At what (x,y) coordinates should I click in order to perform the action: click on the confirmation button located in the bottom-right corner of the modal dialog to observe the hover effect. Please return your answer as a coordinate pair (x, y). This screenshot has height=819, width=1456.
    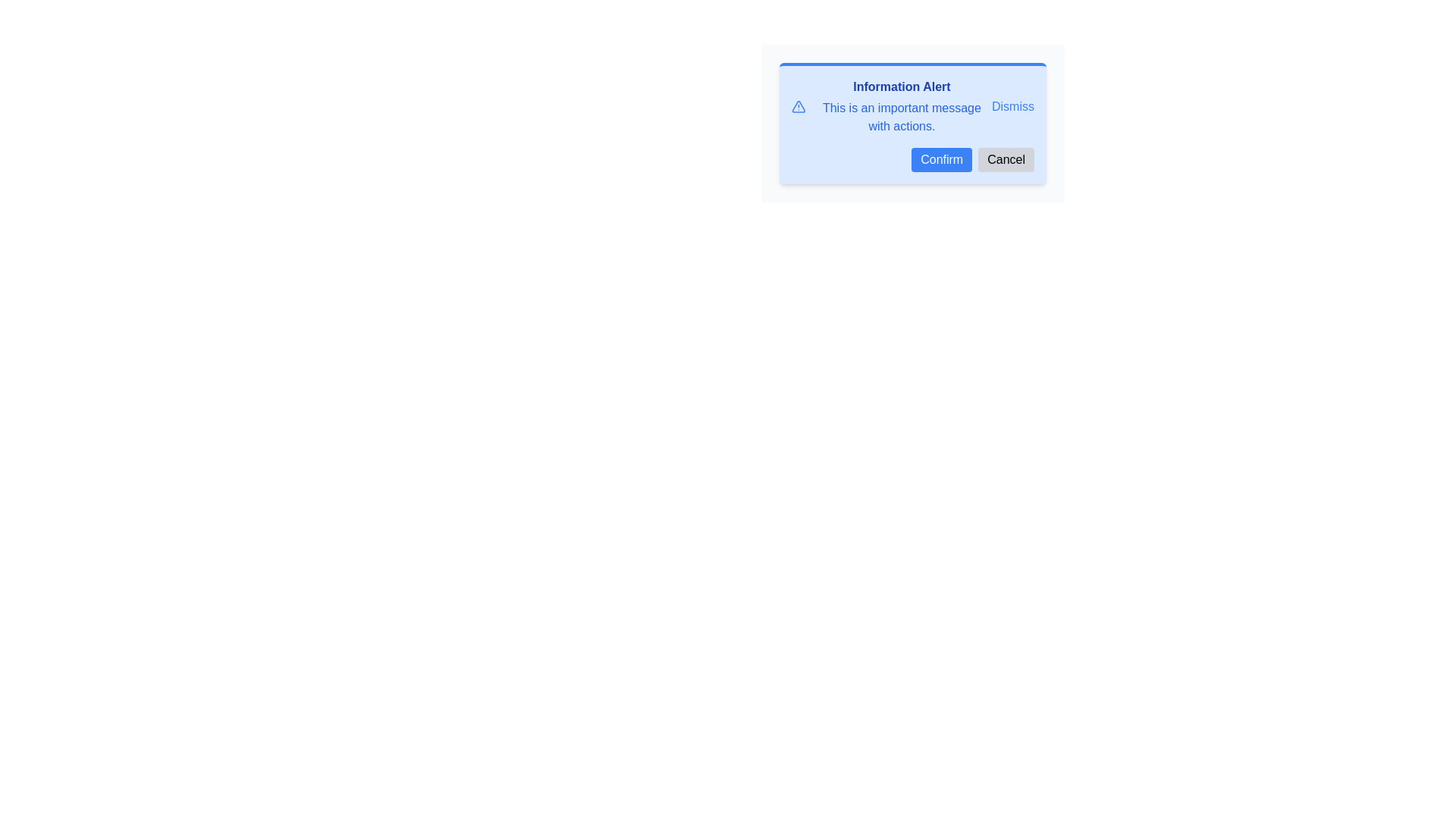
    Looking at the image, I should click on (941, 160).